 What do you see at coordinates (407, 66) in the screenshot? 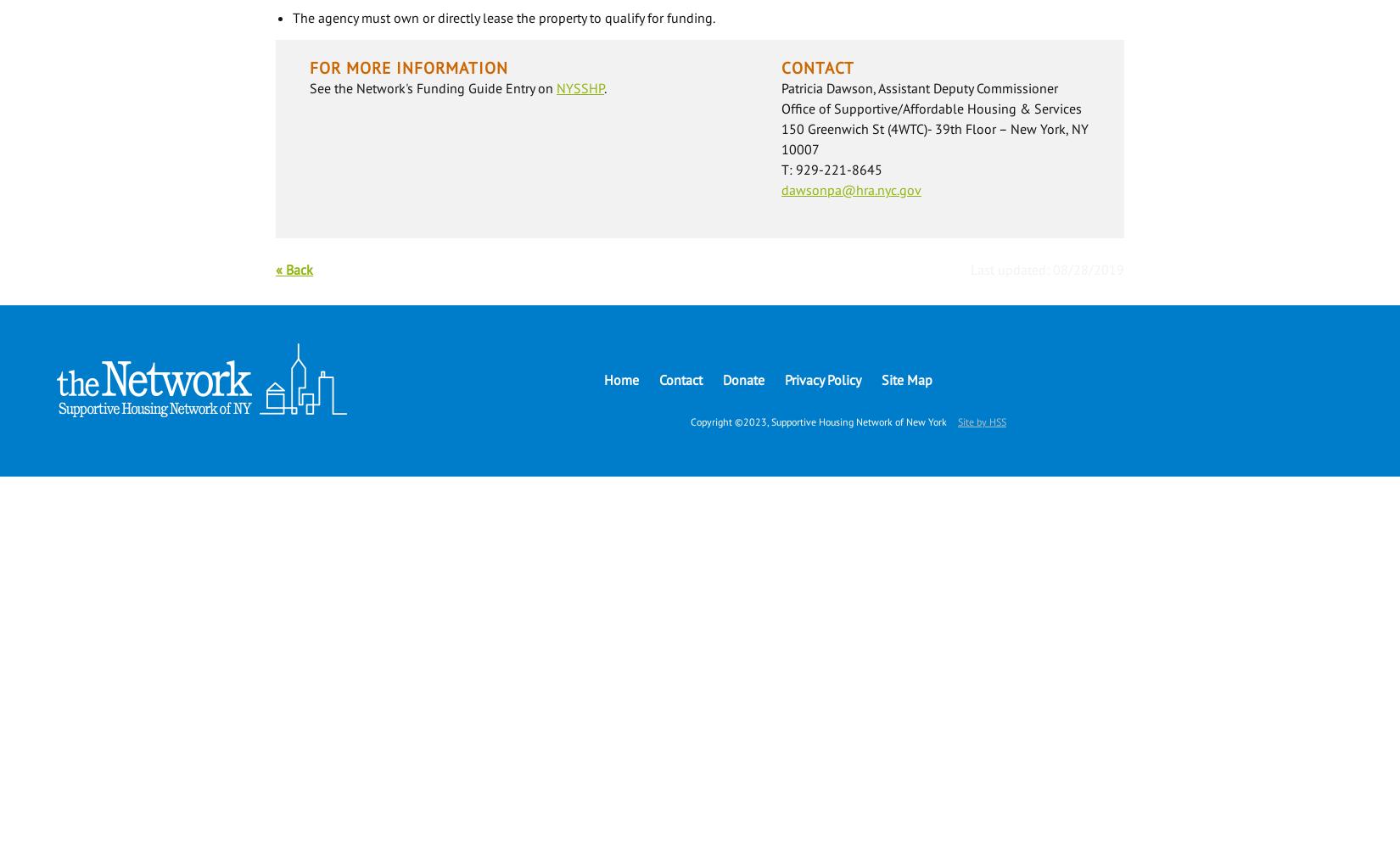
I see `'For More Information'` at bounding box center [407, 66].